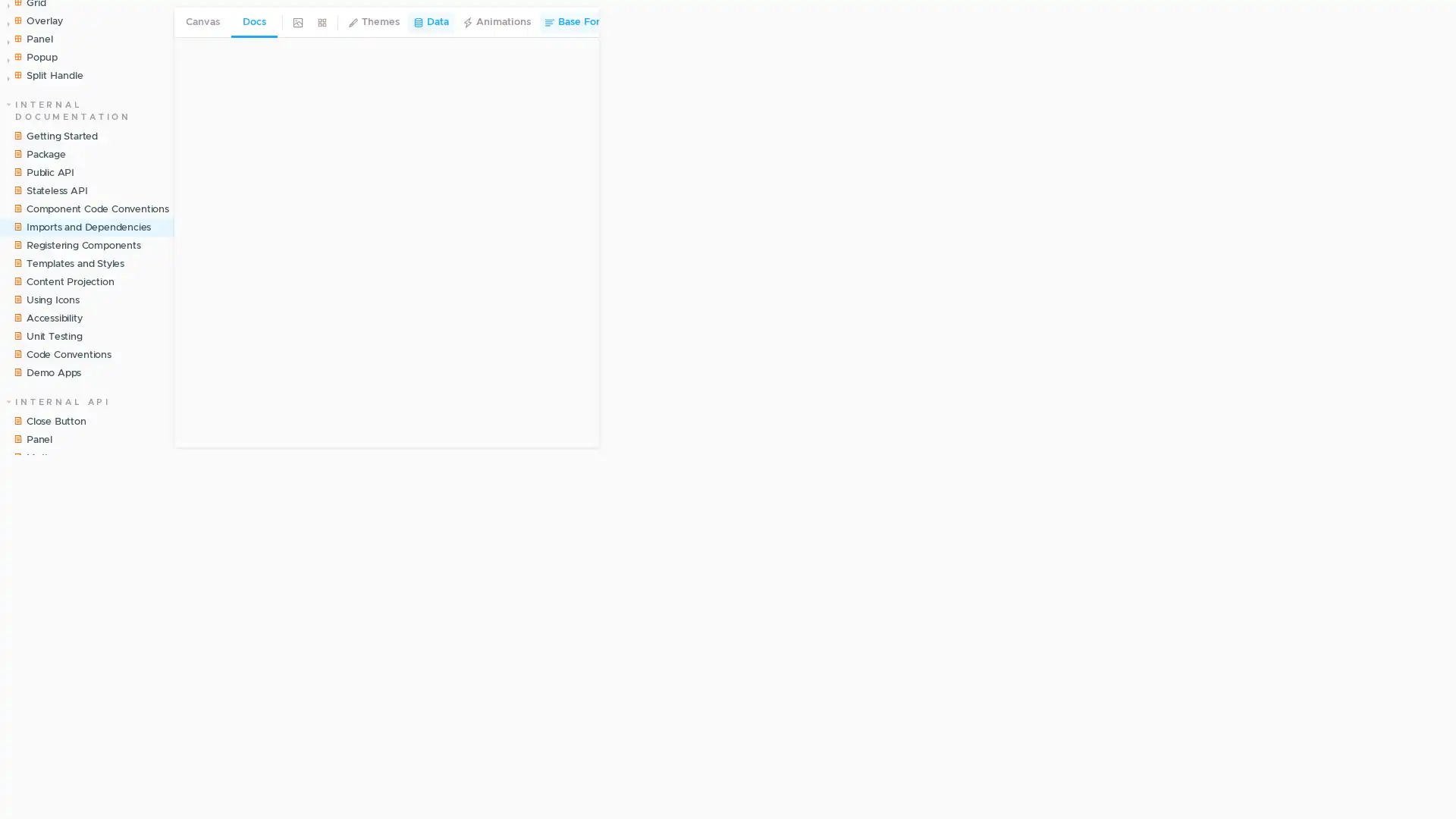 The width and height of the screenshot is (1456, 819). What do you see at coordinates (374, 23) in the screenshot?
I see `Themes` at bounding box center [374, 23].